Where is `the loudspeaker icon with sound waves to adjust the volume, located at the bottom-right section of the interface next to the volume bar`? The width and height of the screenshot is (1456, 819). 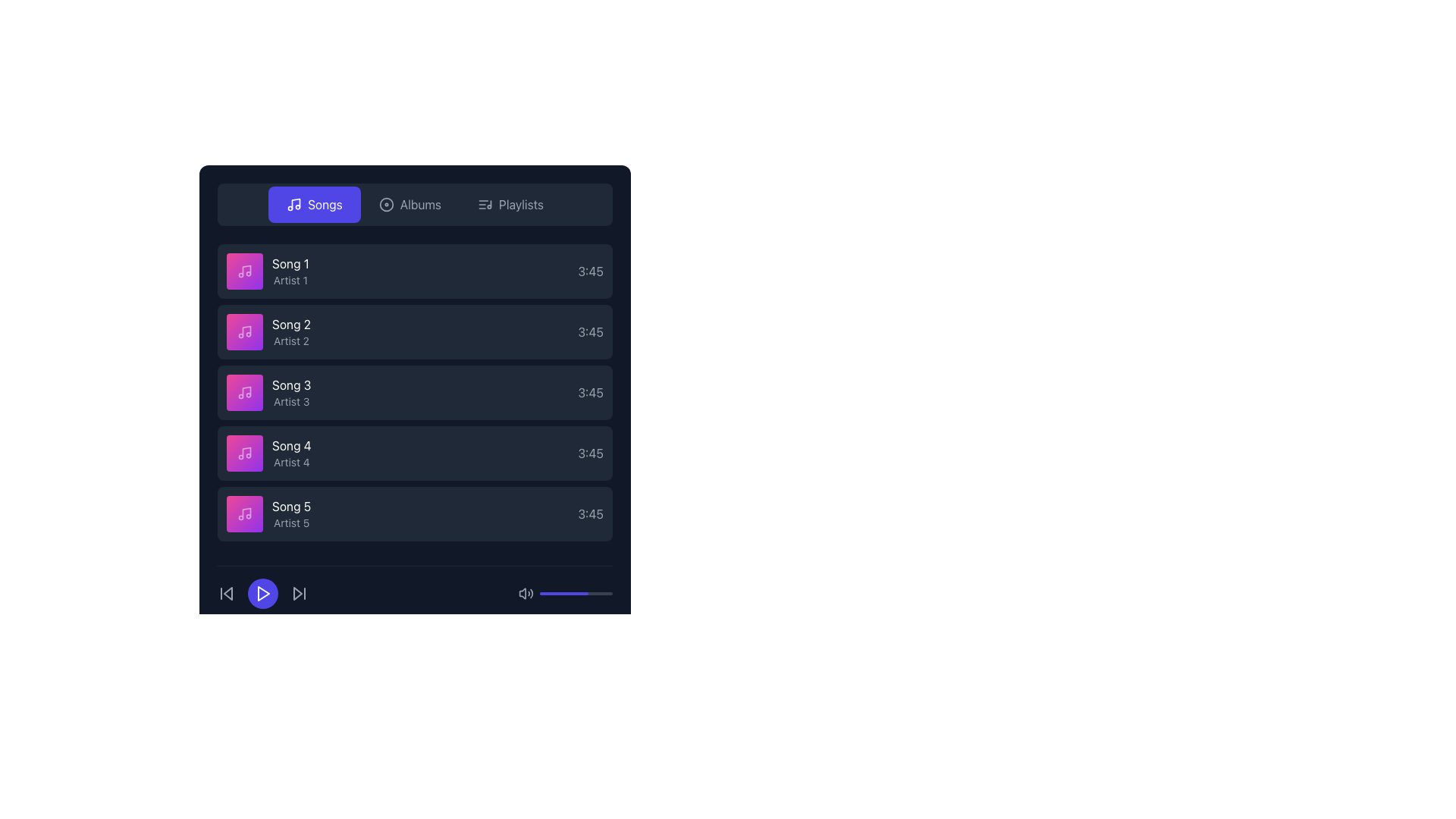
the loudspeaker icon with sound waves to adjust the volume, located at the bottom-right section of the interface next to the volume bar is located at coordinates (526, 593).